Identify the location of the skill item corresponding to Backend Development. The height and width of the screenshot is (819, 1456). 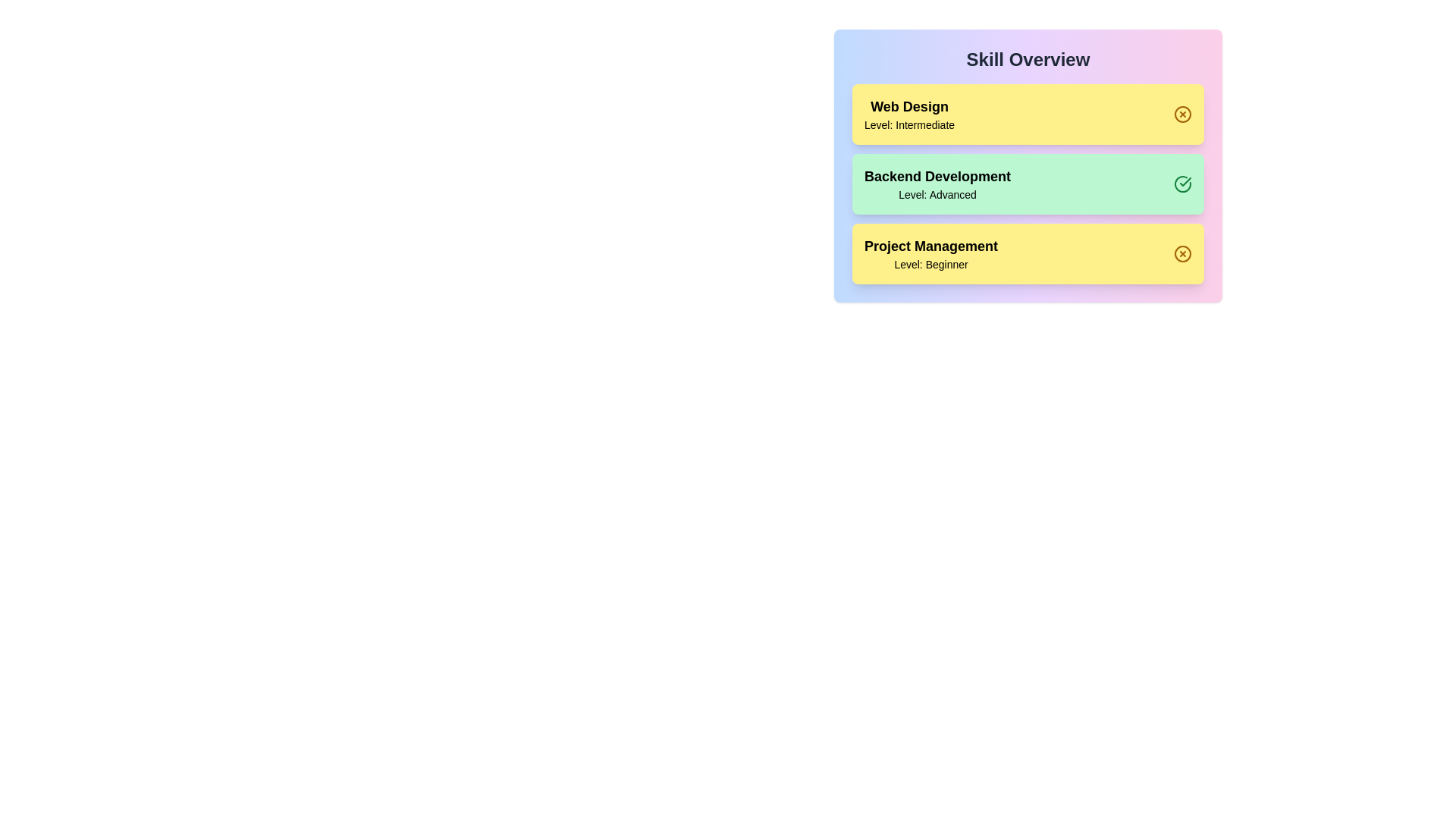
(1028, 184).